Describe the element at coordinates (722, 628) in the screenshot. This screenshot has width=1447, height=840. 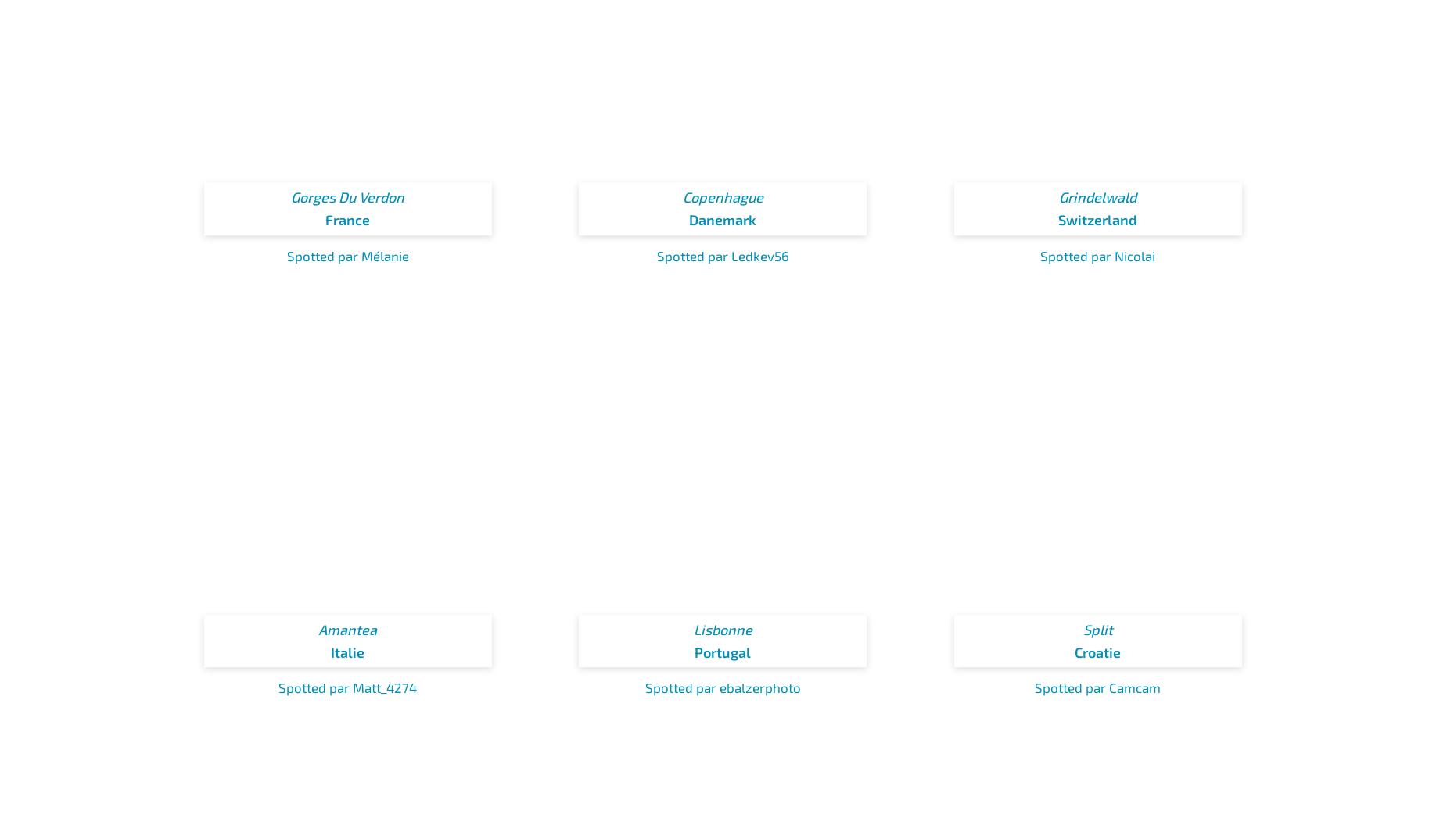
I see `'Lisbonne'` at that location.